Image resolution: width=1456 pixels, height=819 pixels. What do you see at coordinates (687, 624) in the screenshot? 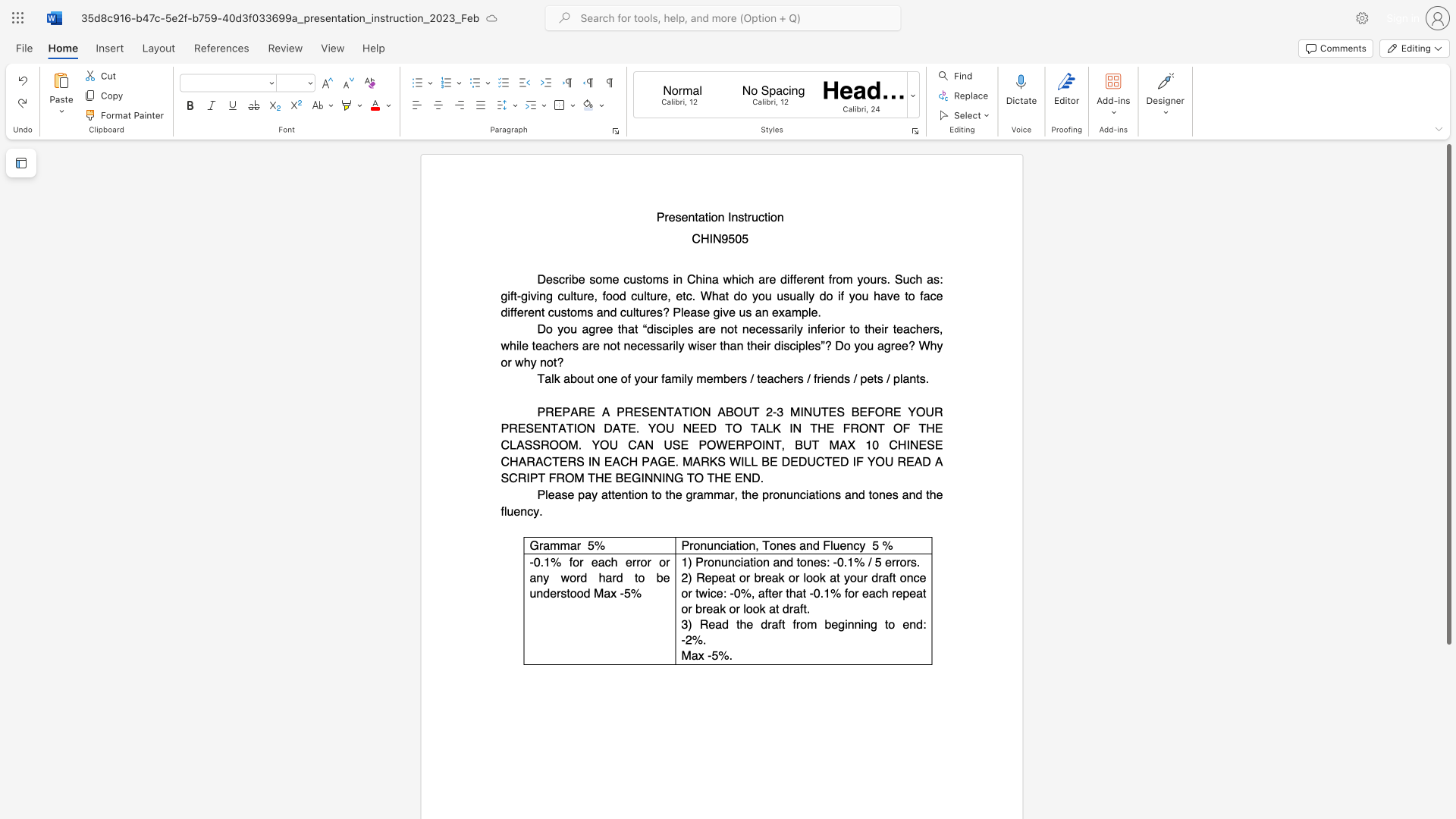
I see `the subset text ") Read the draf" within the text "3) Read the draft from beginning to end: -2%."` at bounding box center [687, 624].